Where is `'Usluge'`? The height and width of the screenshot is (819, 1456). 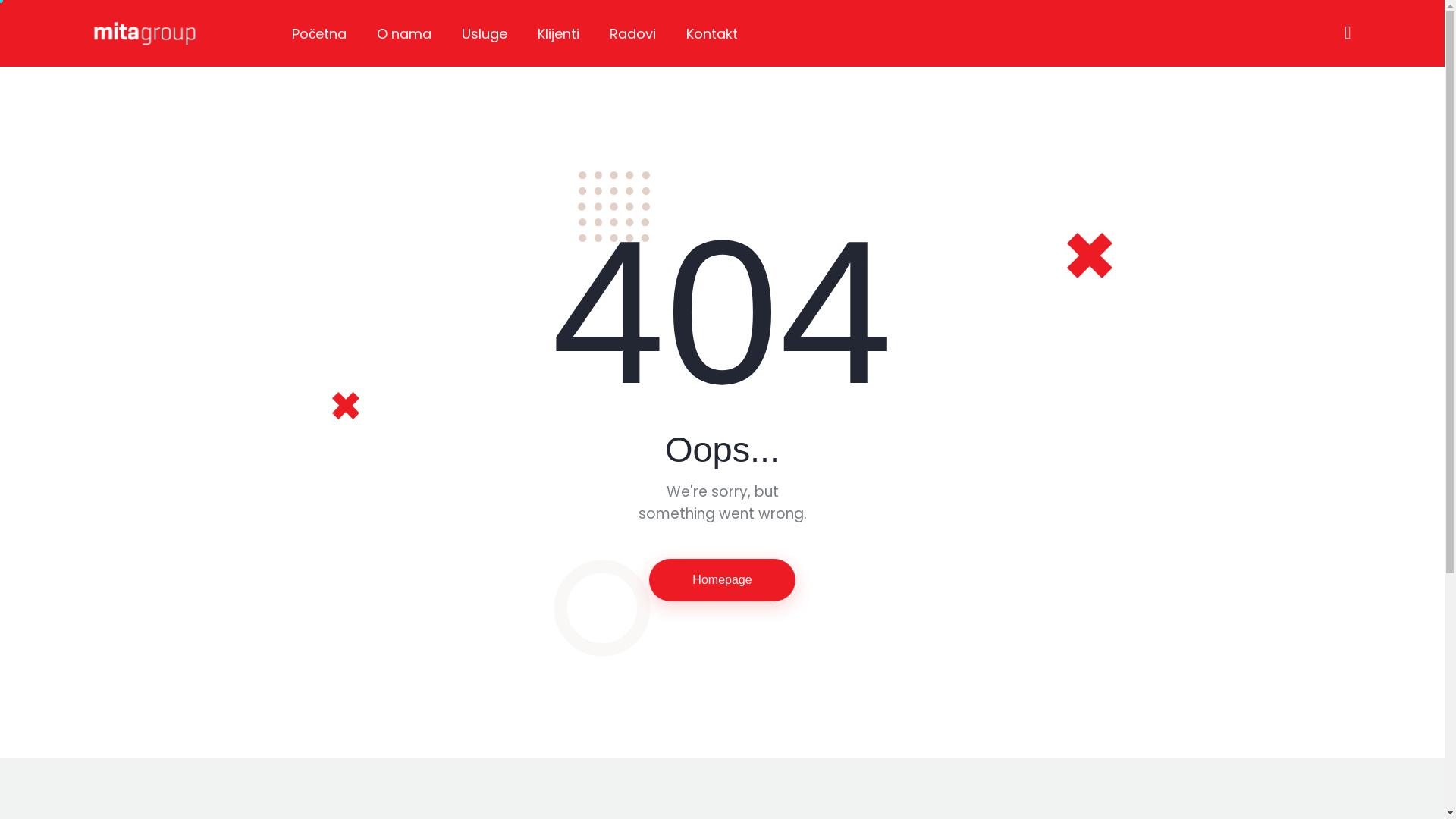
'Usluge' is located at coordinates (483, 34).